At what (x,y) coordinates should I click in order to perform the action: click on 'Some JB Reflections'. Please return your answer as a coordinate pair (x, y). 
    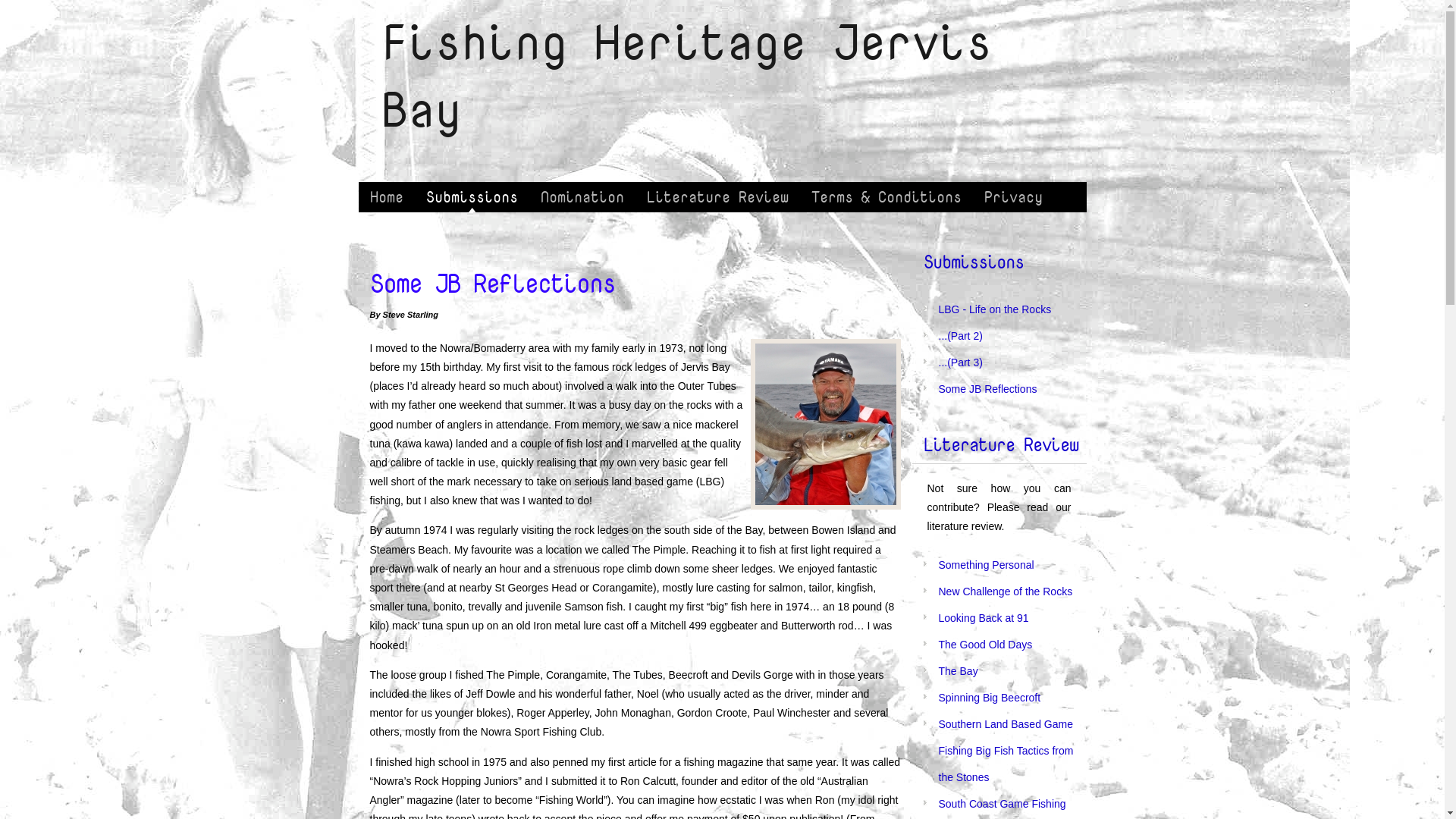
    Looking at the image, I should click on (987, 388).